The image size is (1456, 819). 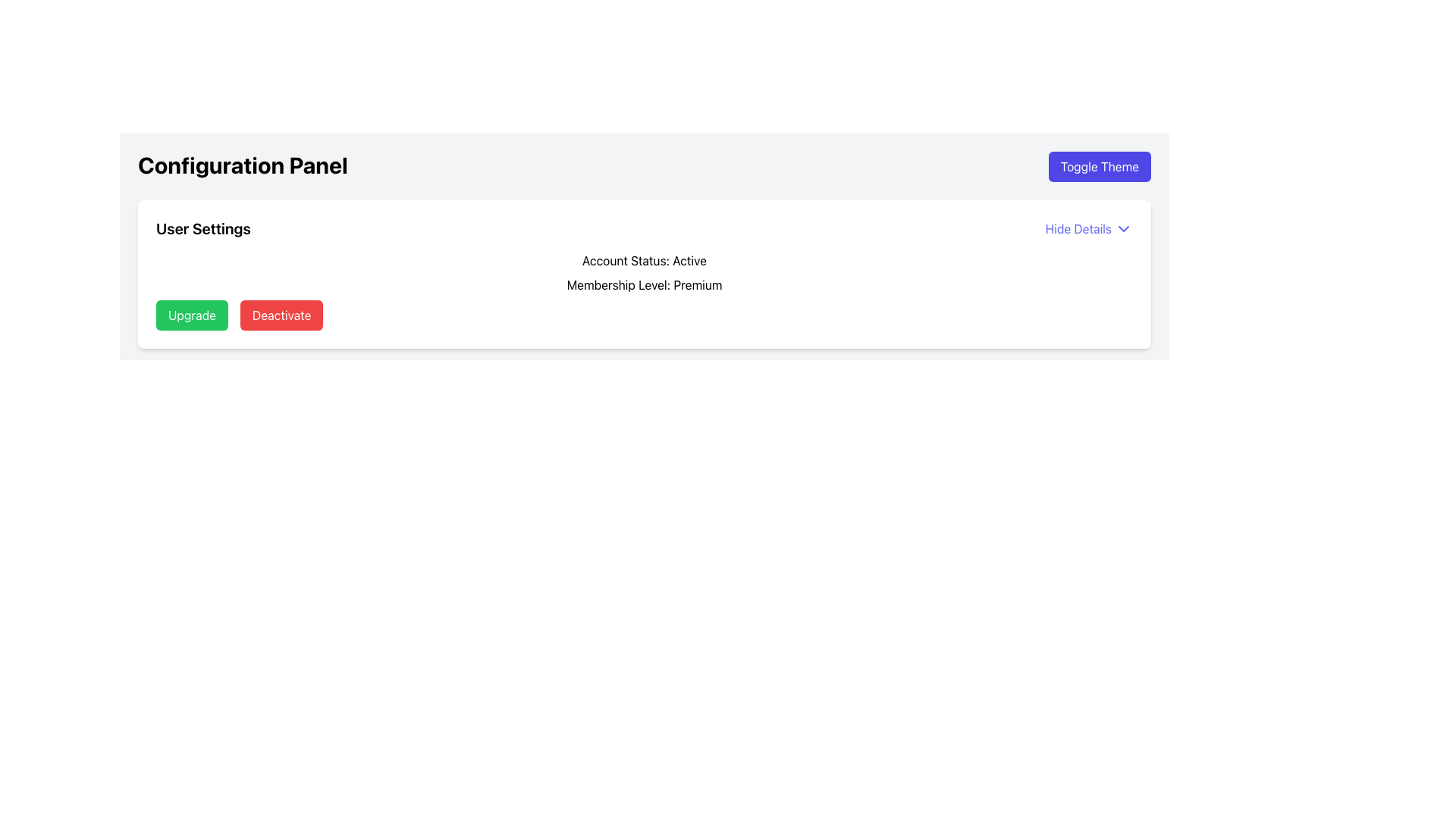 I want to click on the deactivation button located in the bottom-left section of the user interface, within the 'User Settings' panel, so click(x=281, y=315).